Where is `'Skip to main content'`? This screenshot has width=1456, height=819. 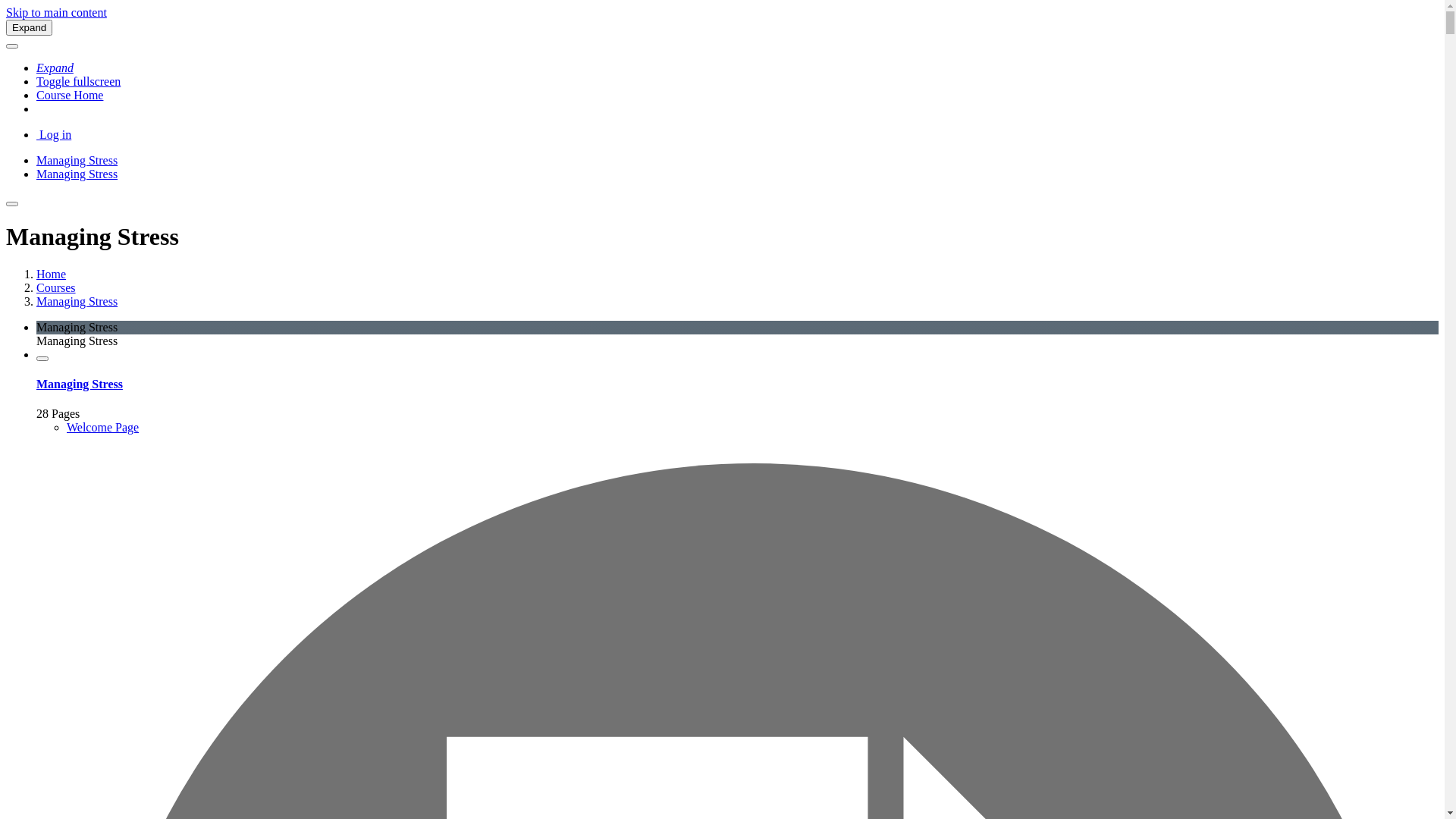
'Skip to main content' is located at coordinates (56, 12).